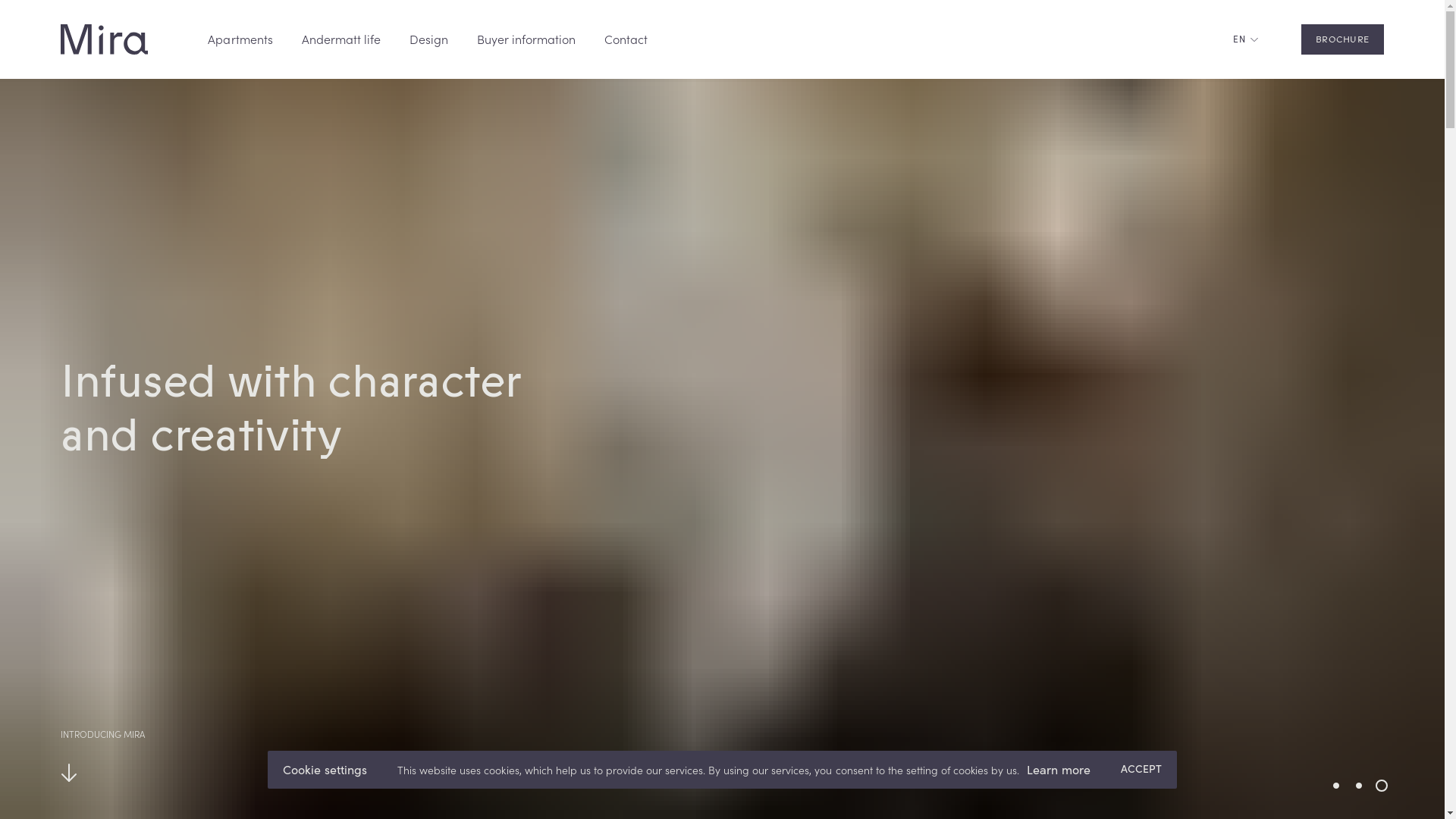 Image resolution: width=1456 pixels, height=819 pixels. Describe the element at coordinates (428, 38) in the screenshot. I see `'Design'` at that location.